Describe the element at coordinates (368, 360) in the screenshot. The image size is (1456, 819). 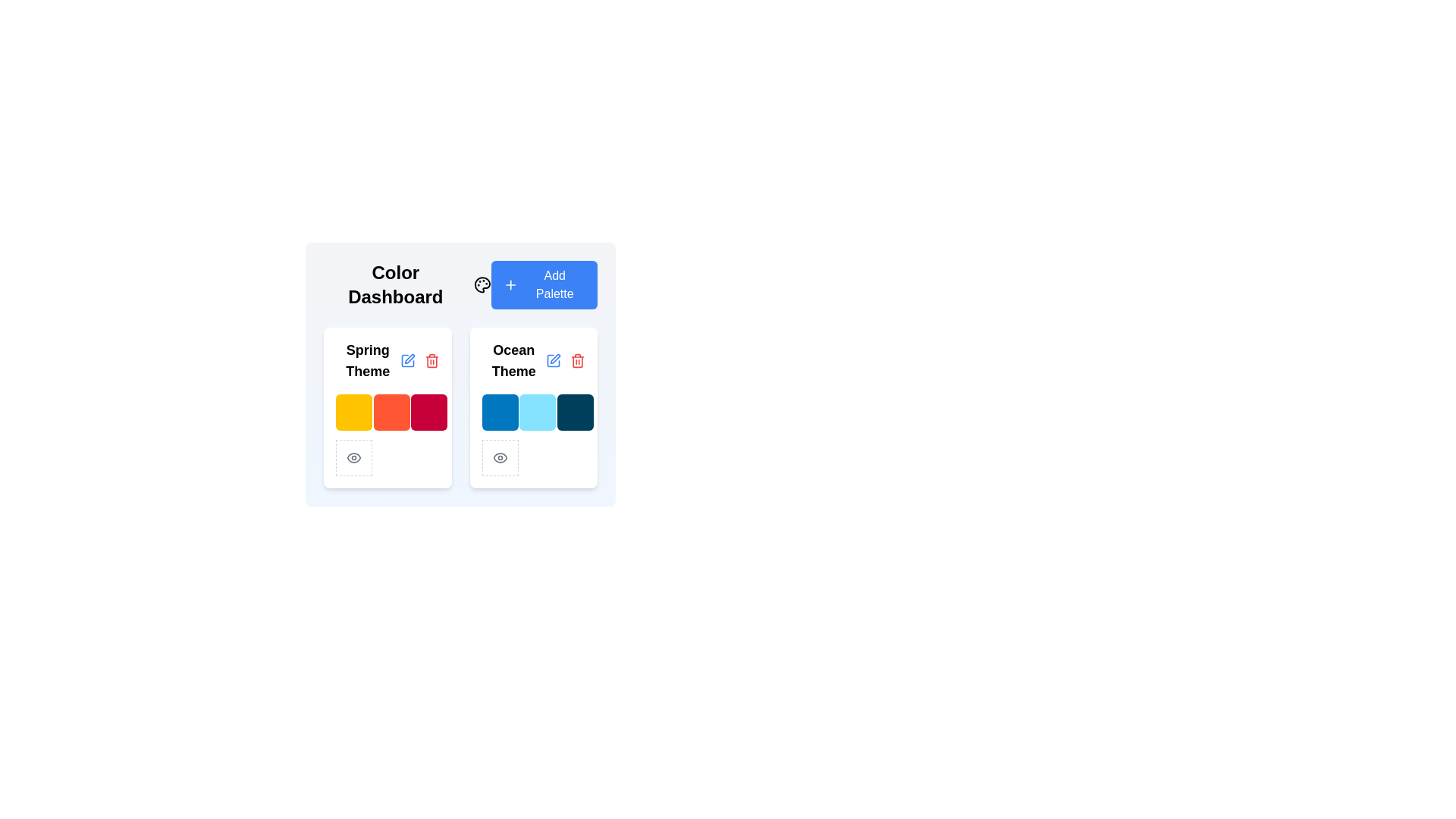
I see `the text label indicating the theme or purpose of the palette located at the top of the first palette card under the 'Color Dashboard' heading` at that location.